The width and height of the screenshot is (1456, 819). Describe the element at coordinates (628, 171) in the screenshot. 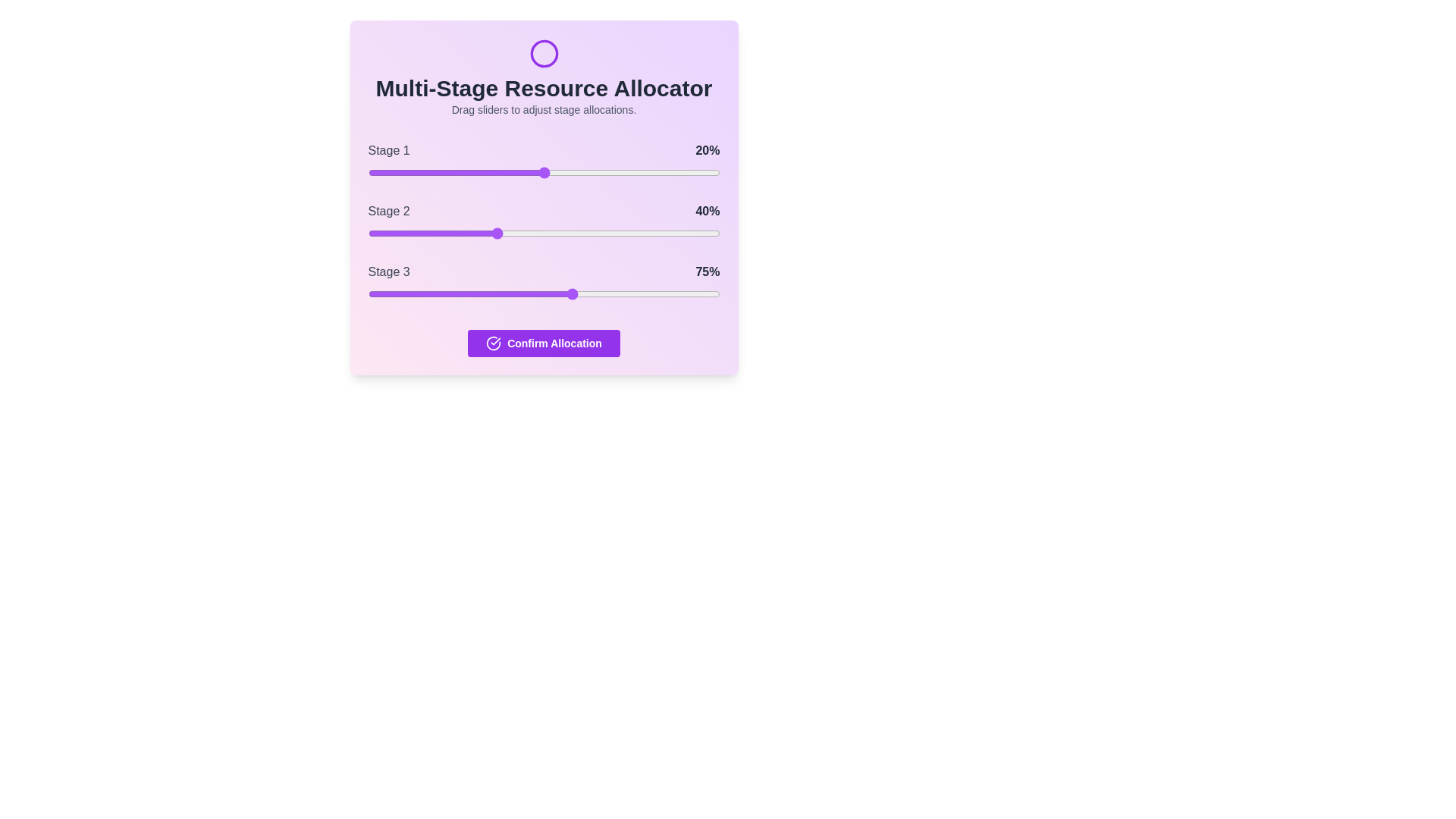

I see `the slider for Stage 1 to 74%` at that location.